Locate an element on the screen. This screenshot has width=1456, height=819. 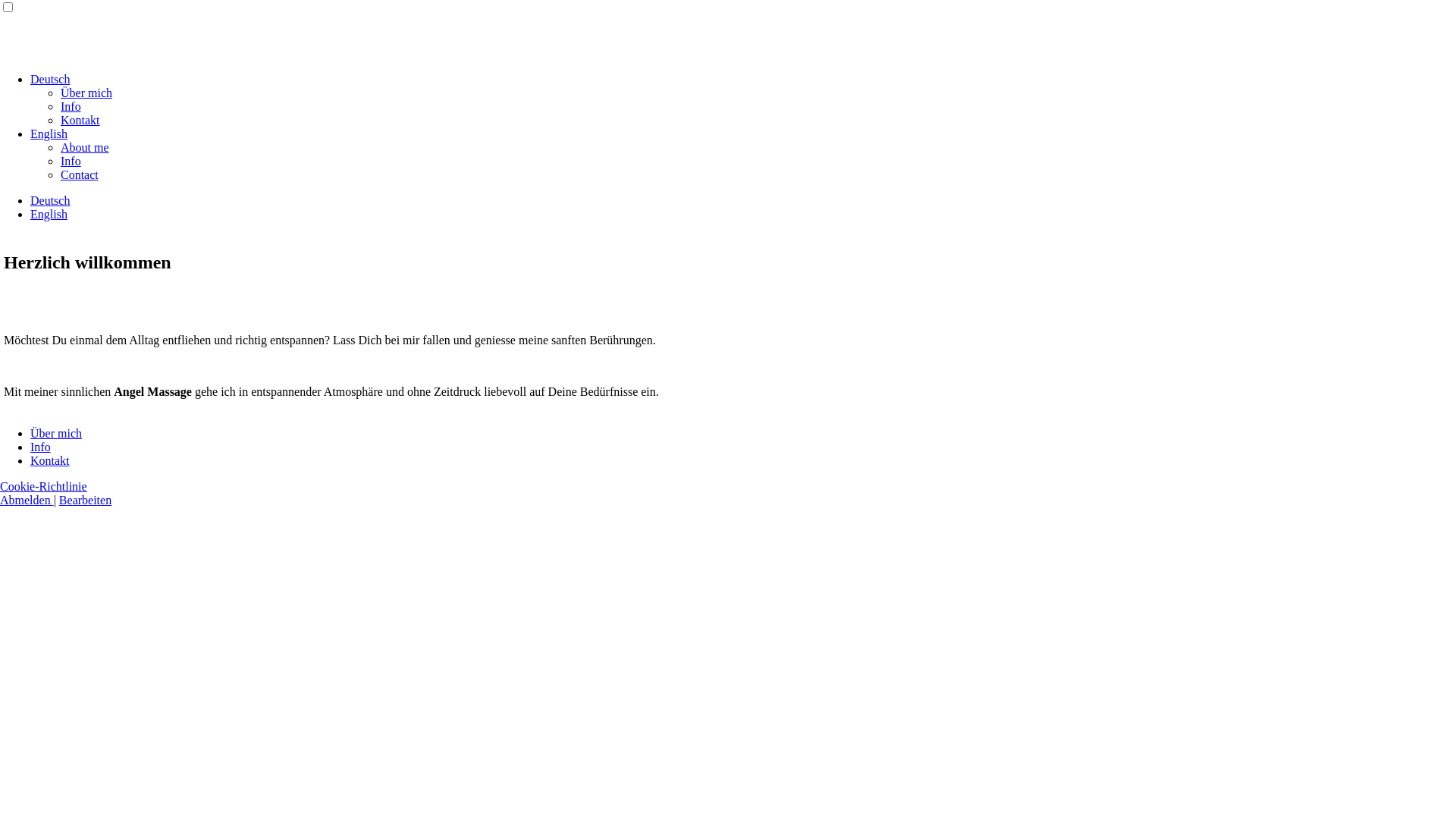
'Deutsch' is located at coordinates (50, 199).